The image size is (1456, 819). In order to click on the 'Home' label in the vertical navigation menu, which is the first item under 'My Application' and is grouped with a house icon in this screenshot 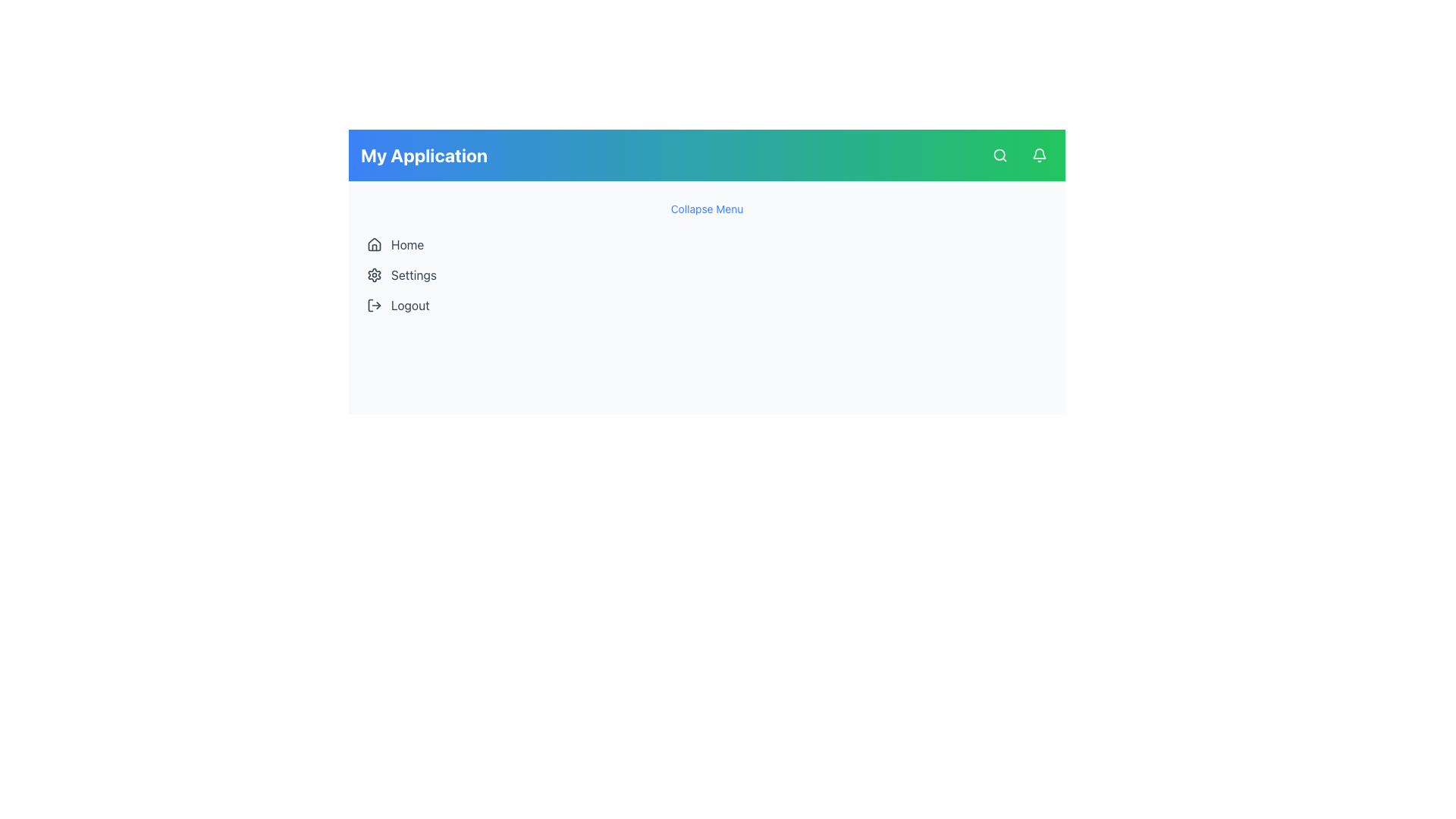, I will do `click(407, 244)`.